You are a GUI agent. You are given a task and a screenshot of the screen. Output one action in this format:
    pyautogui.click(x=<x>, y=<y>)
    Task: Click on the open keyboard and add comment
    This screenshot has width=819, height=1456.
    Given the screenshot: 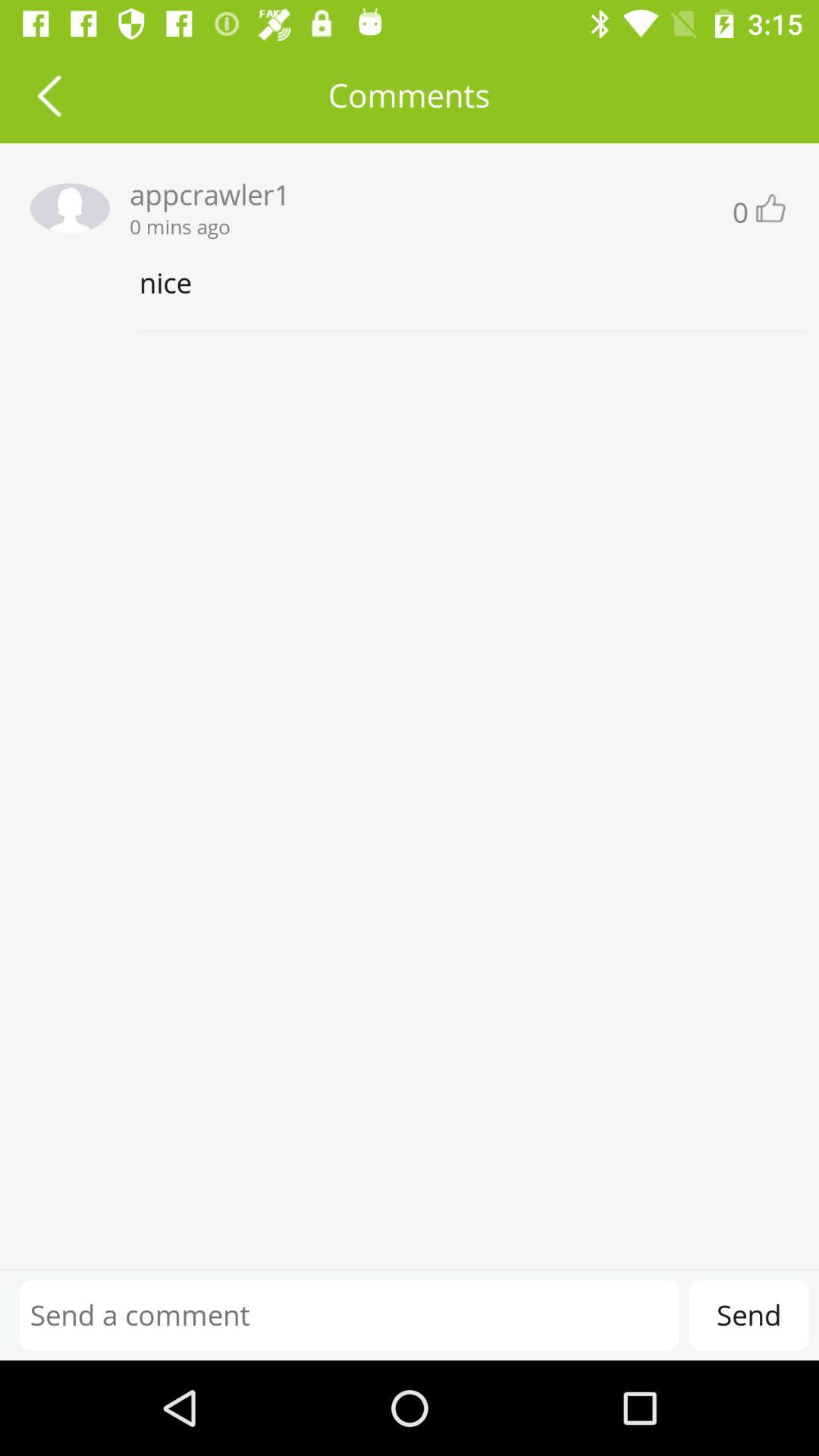 What is the action you would take?
    pyautogui.click(x=349, y=1314)
    